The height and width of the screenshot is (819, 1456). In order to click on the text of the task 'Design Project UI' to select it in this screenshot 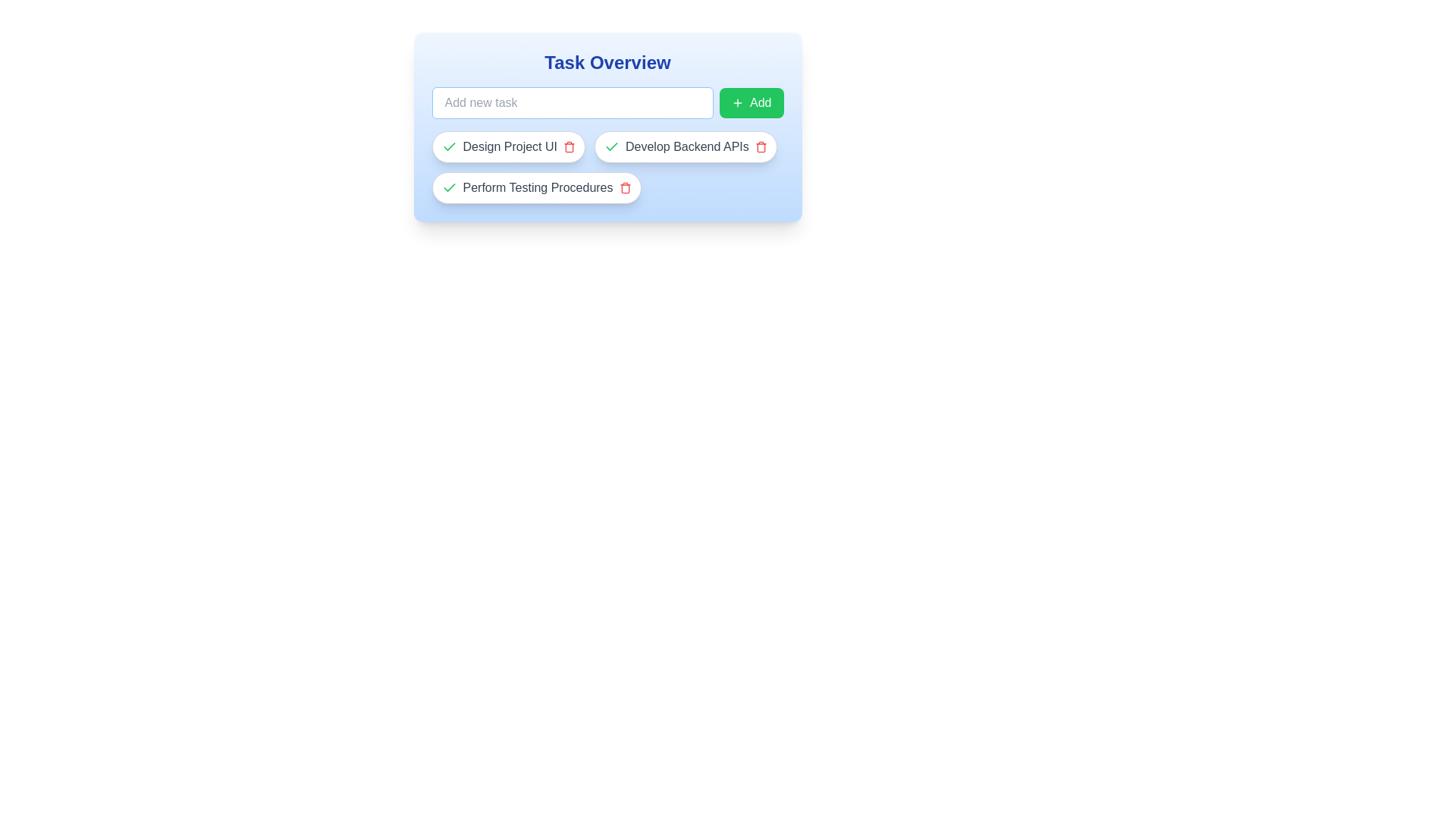, I will do `click(508, 146)`.